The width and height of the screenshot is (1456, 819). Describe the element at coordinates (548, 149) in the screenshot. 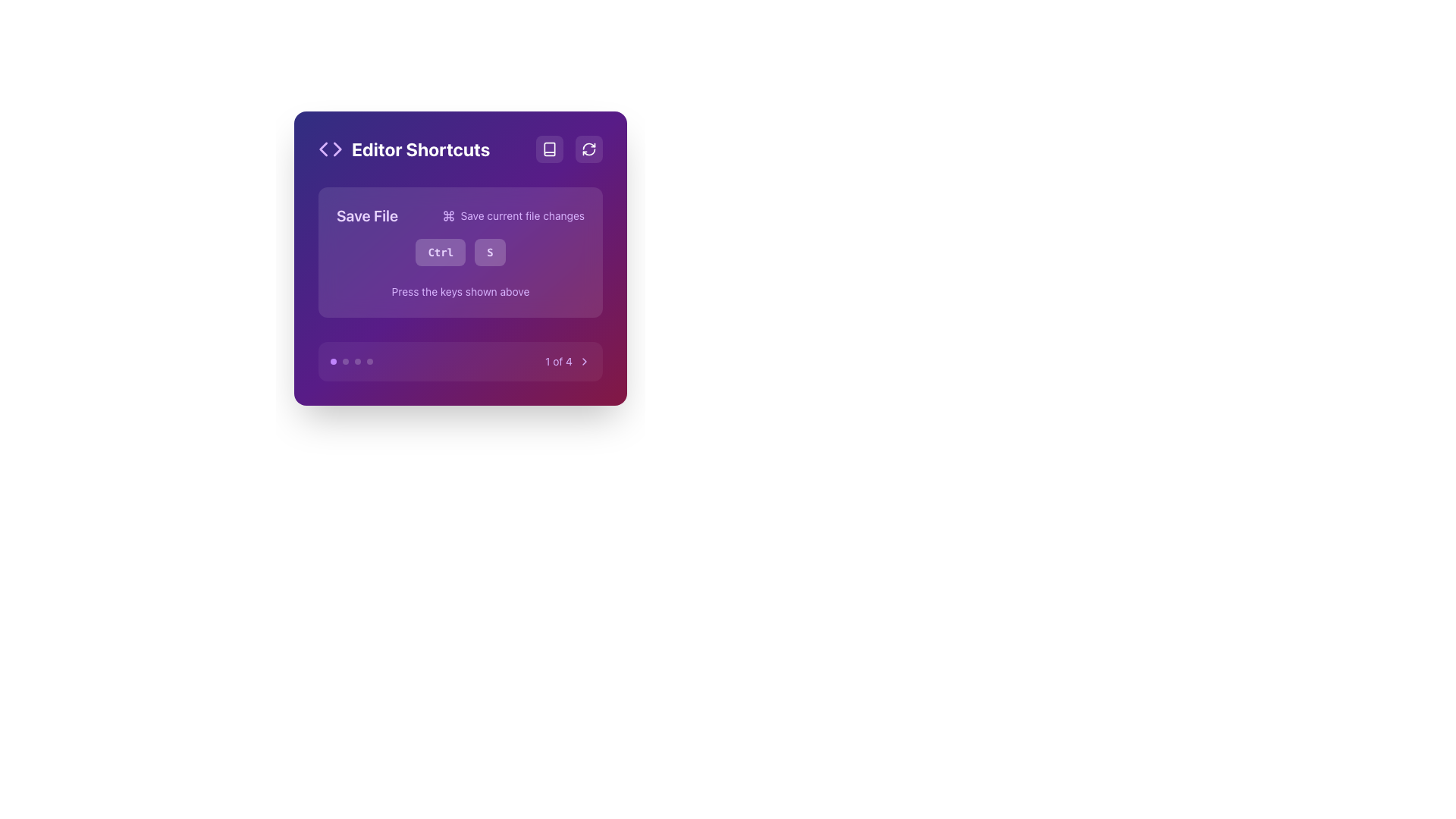

I see `the icon representing 'book' or 'documentation' functionality, located near the top-right corner of the interface next to an icon resembling a circular arrow and aligned with the 'Editor Shortcuts' header` at that location.